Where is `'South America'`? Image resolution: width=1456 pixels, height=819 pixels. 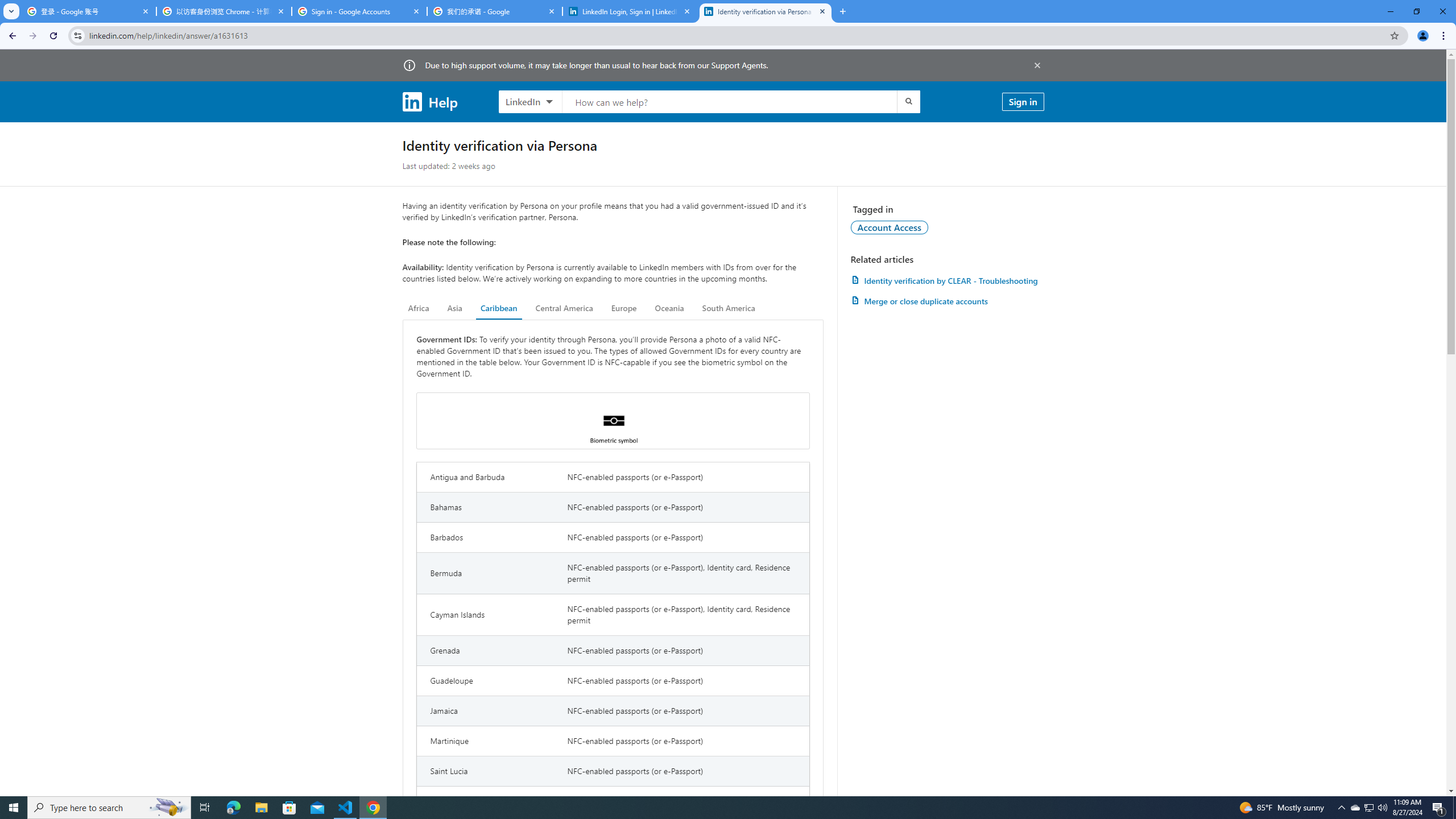
'South America' is located at coordinates (728, 308).